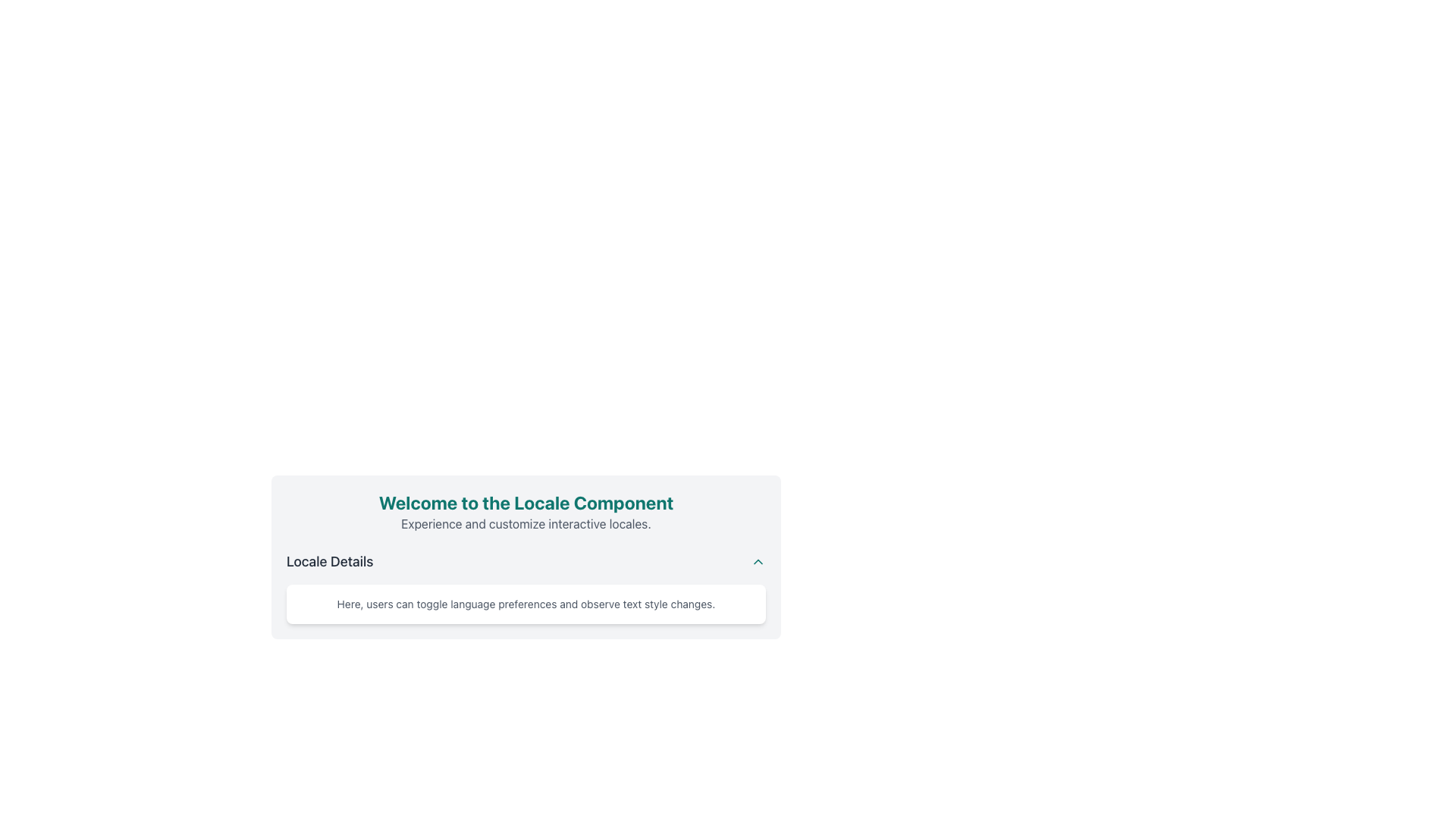  I want to click on the static text label rendered in a smaller font size and muted gray color located within the 'Locale Details' subsection, beneath the 'Welcome to the Locale Component' header, so click(526, 604).